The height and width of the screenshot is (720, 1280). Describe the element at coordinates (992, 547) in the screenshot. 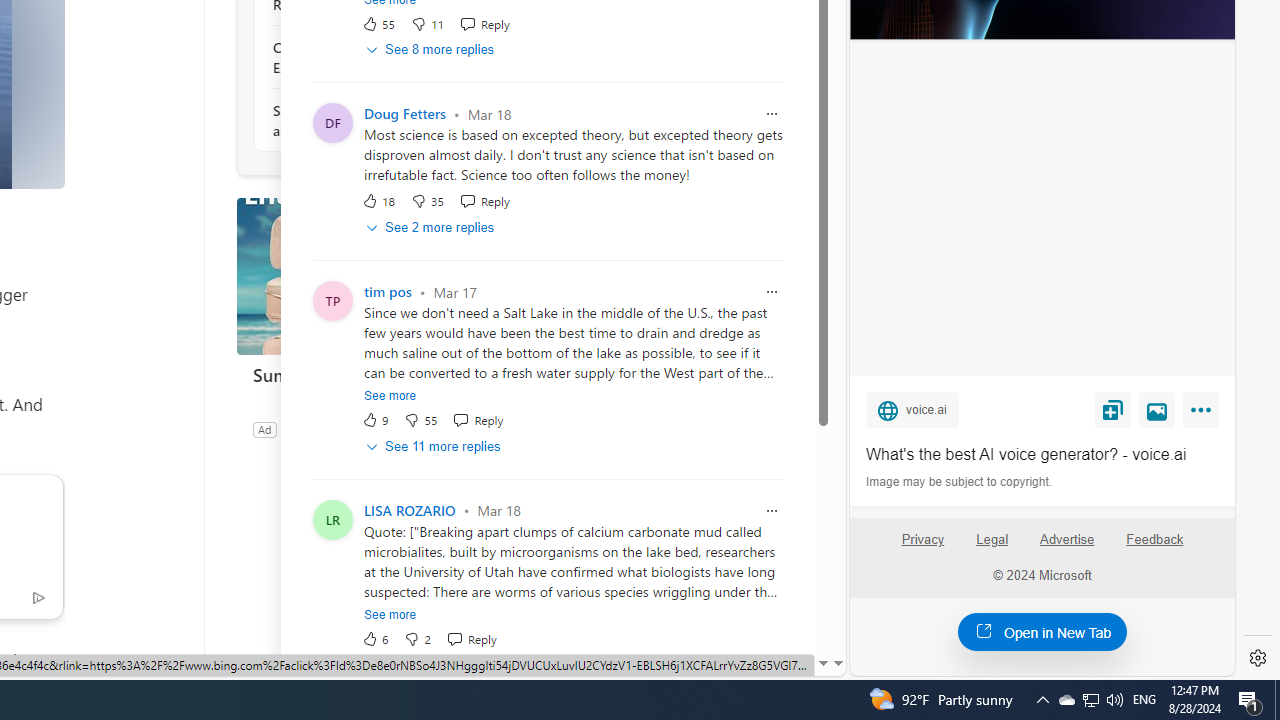

I see `'Legal'` at that location.